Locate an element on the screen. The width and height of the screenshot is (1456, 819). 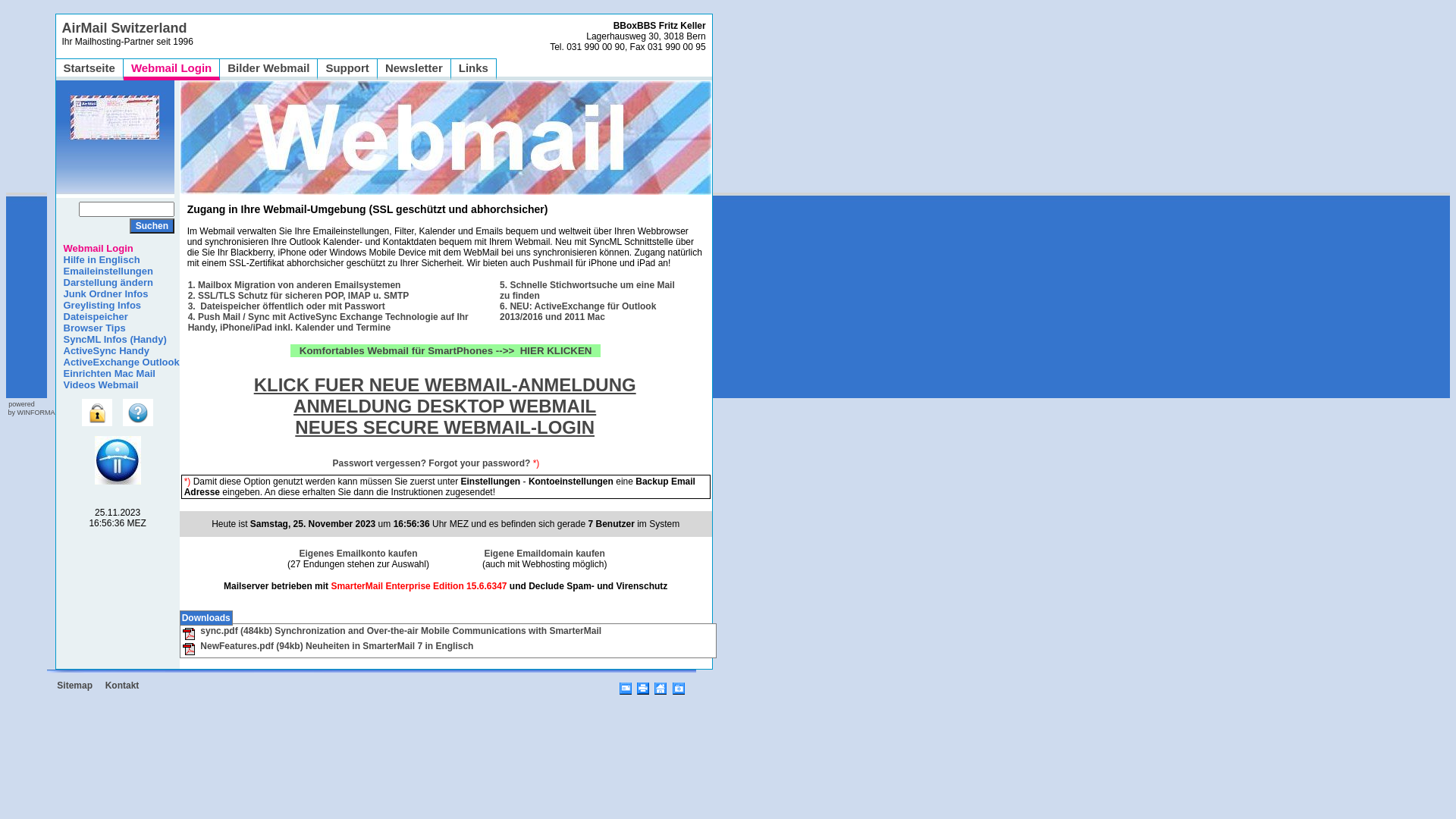
'Videos Webmail' is located at coordinates (96, 384).